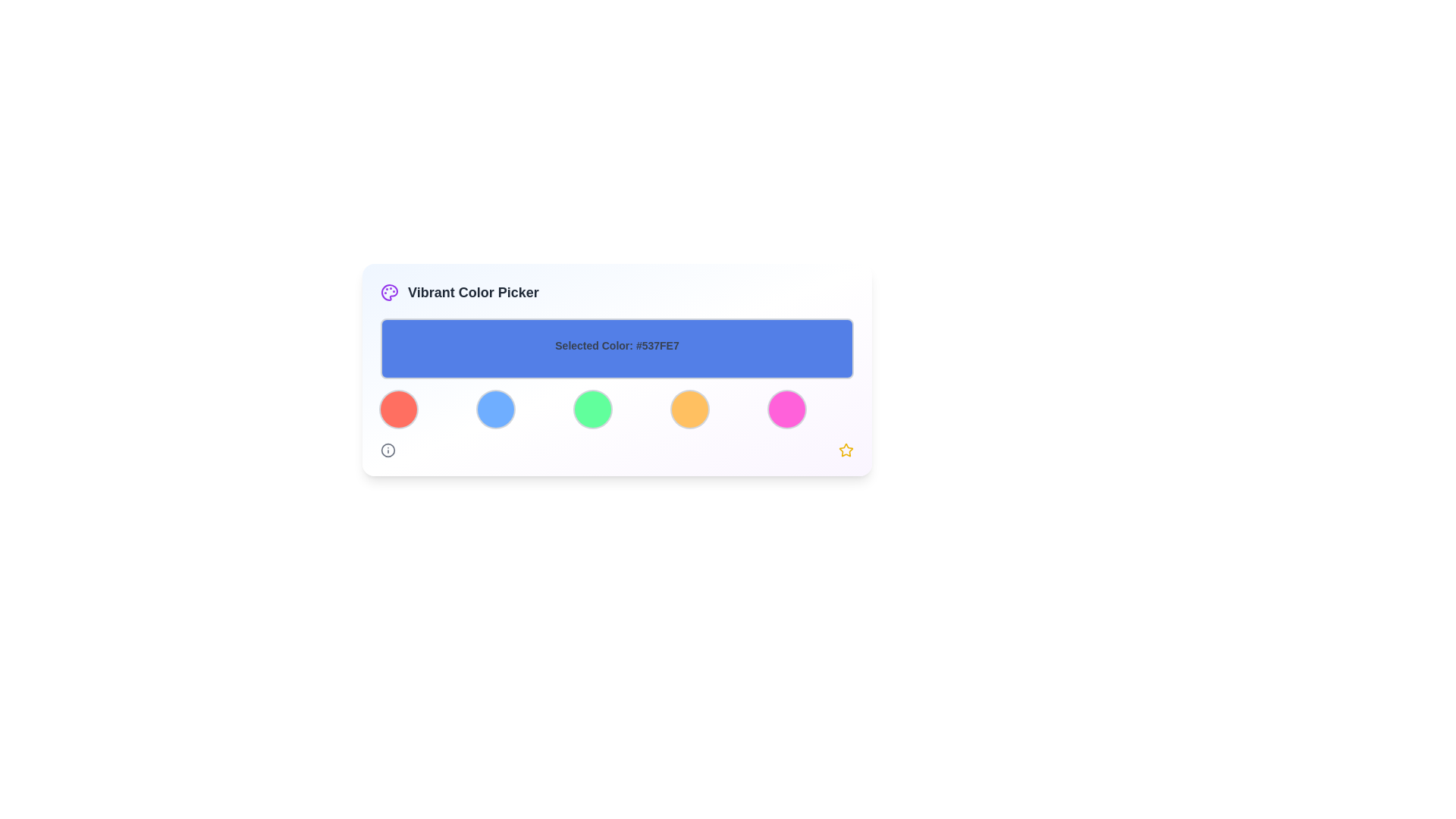 The width and height of the screenshot is (1456, 819). I want to click on the blue circular button with a ring-outline located in the second position from the left in a horizontal layout of five buttons, so click(495, 409).